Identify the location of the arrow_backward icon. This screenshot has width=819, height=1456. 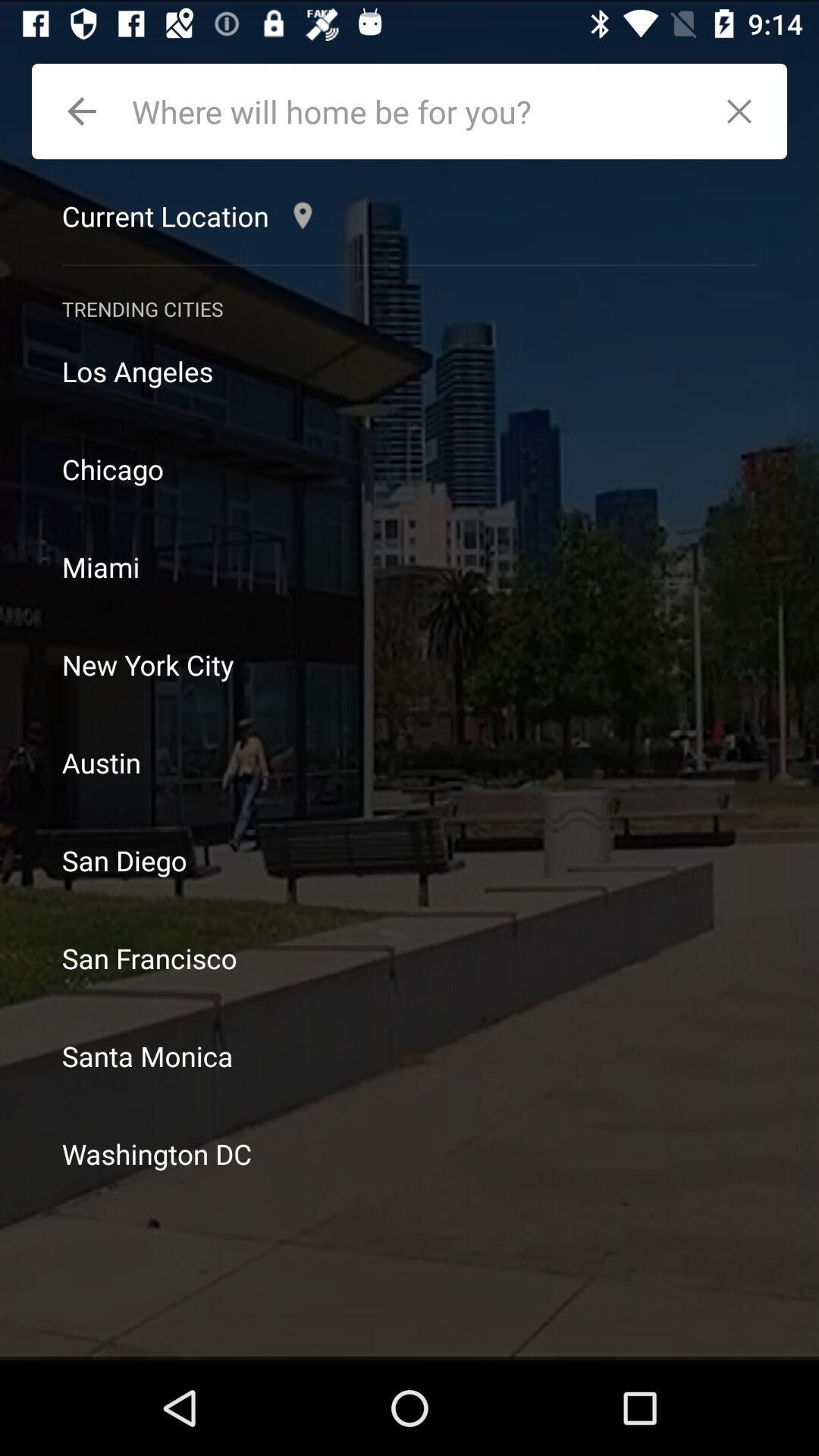
(82, 111).